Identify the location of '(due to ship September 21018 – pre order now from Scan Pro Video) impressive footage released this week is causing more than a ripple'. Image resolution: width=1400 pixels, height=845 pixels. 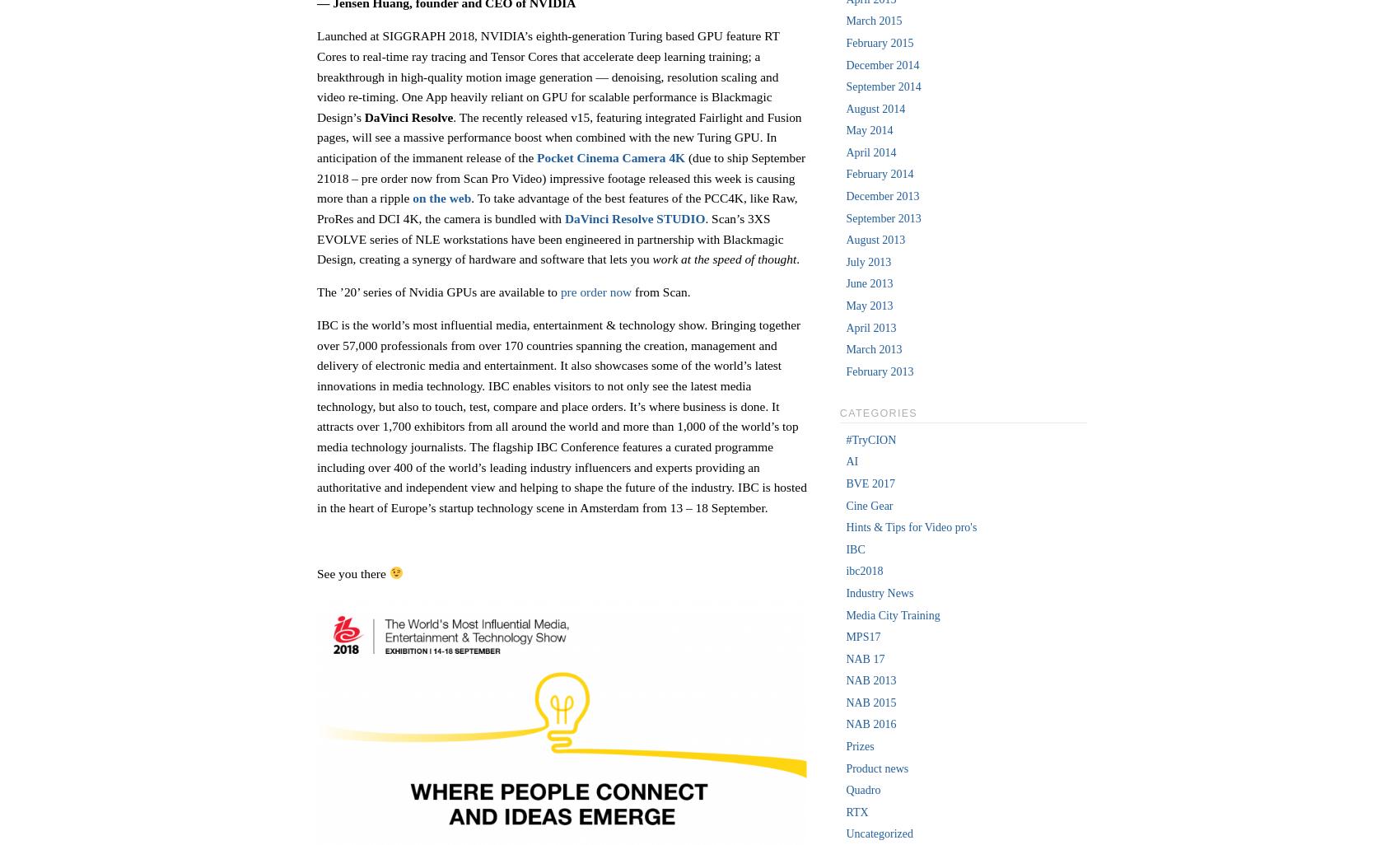
(561, 177).